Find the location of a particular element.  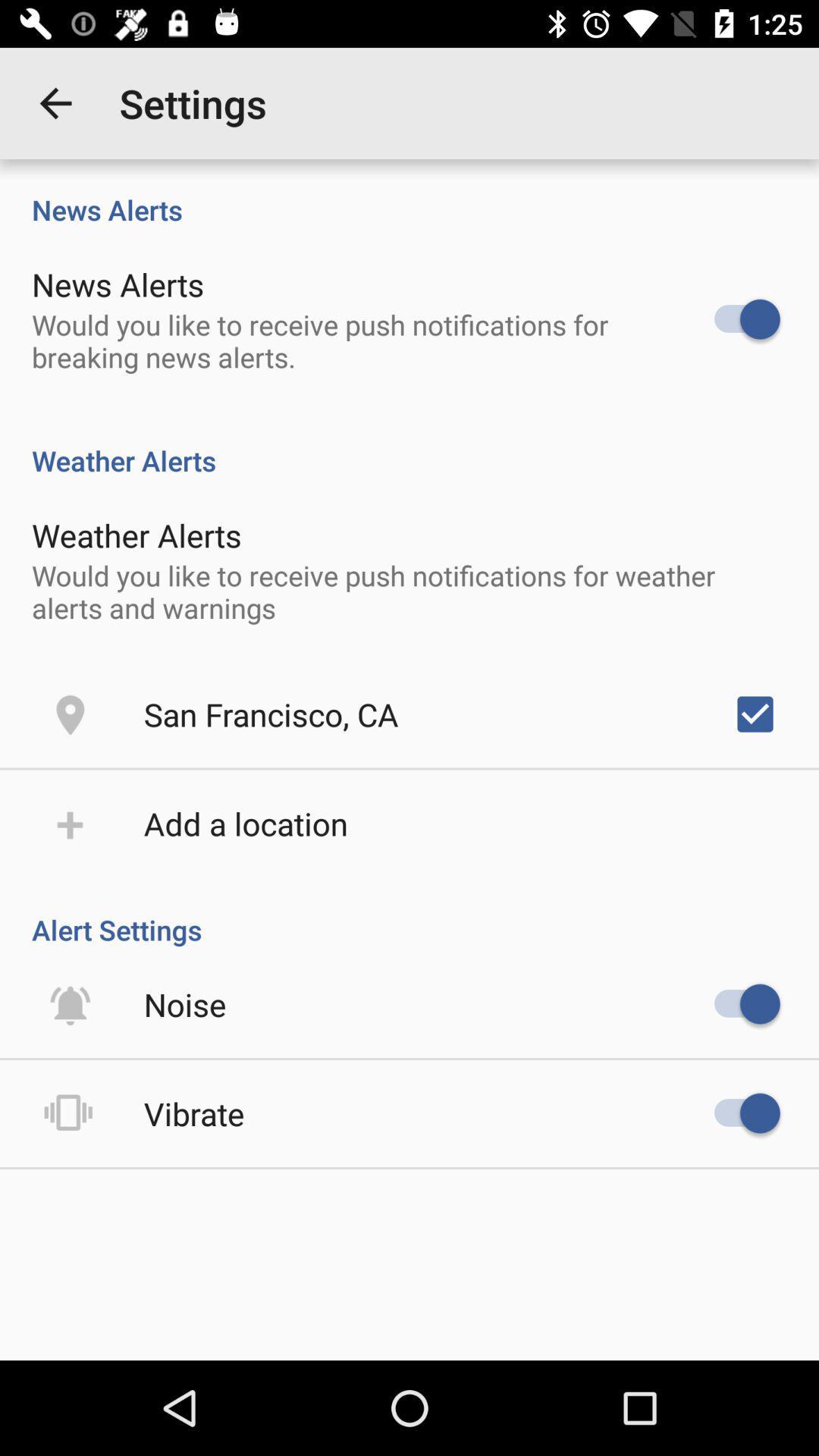

icon below the would you like is located at coordinates (270, 713).